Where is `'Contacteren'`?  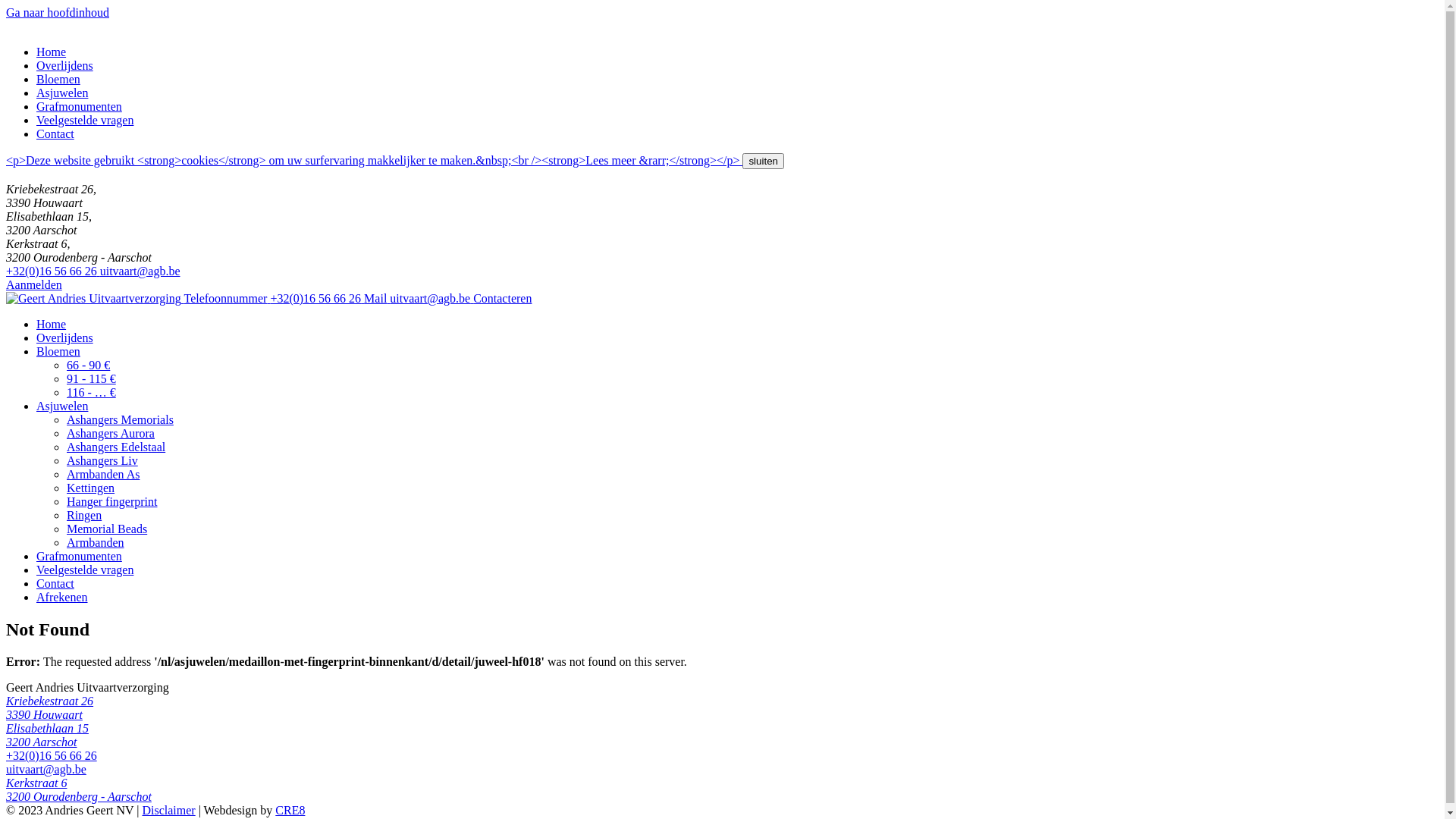 'Contacteren' is located at coordinates (502, 298).